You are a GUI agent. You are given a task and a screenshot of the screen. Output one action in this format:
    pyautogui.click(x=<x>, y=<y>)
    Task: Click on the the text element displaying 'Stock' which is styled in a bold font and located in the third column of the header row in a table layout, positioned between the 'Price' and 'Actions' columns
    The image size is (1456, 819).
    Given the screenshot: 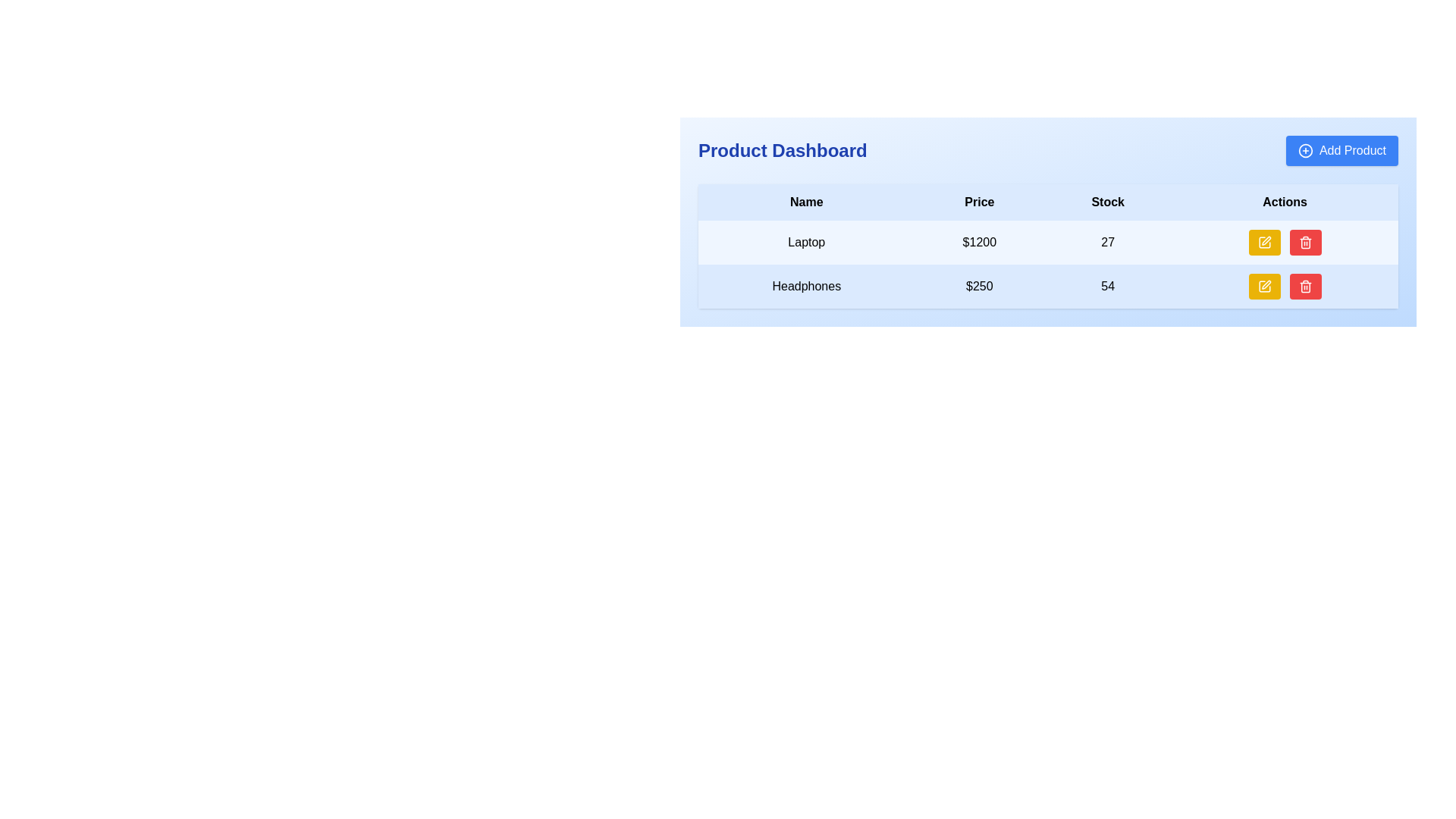 What is the action you would take?
    pyautogui.click(x=1108, y=201)
    